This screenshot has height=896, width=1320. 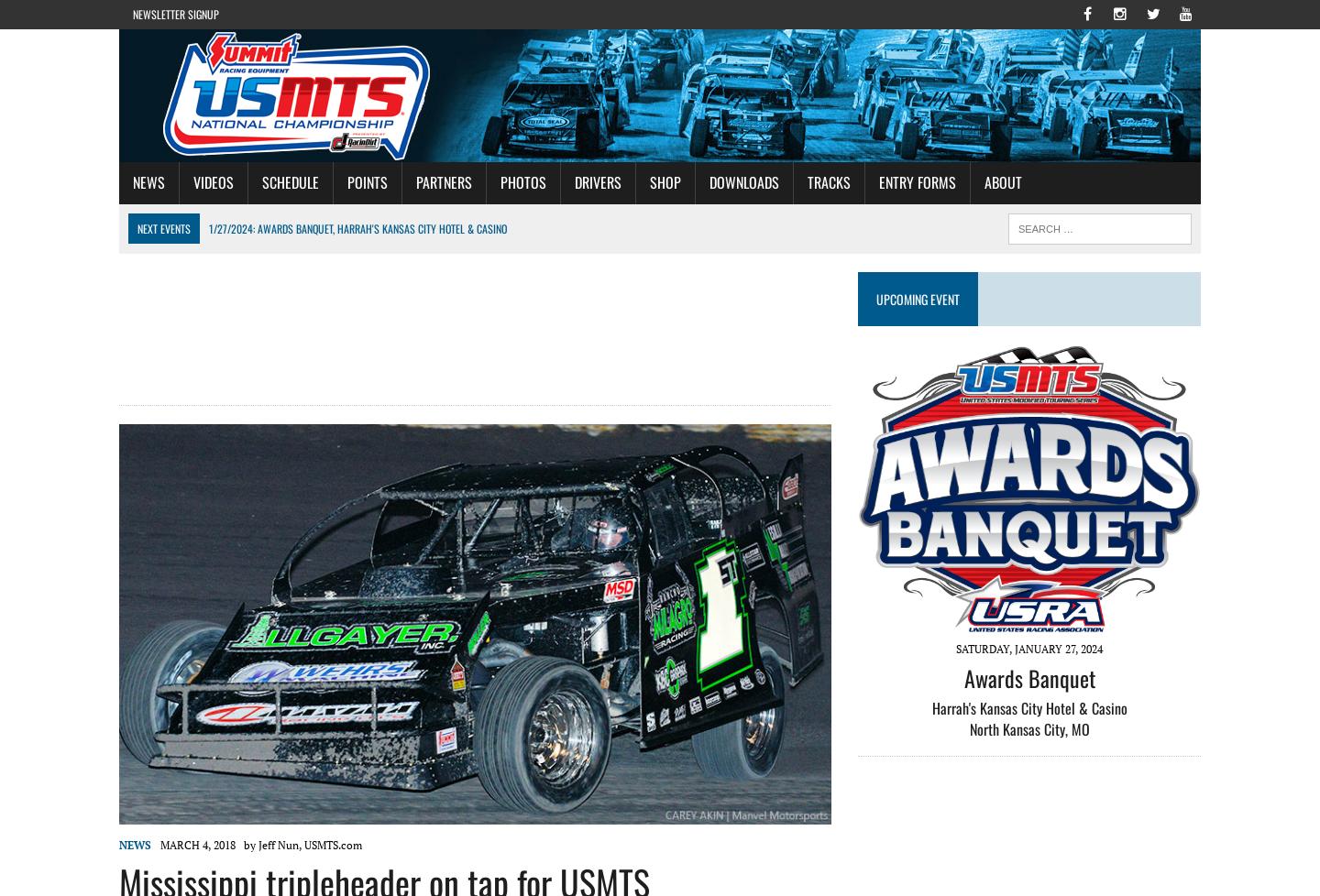 What do you see at coordinates (162, 226) in the screenshot?
I see `'Next Events'` at bounding box center [162, 226].